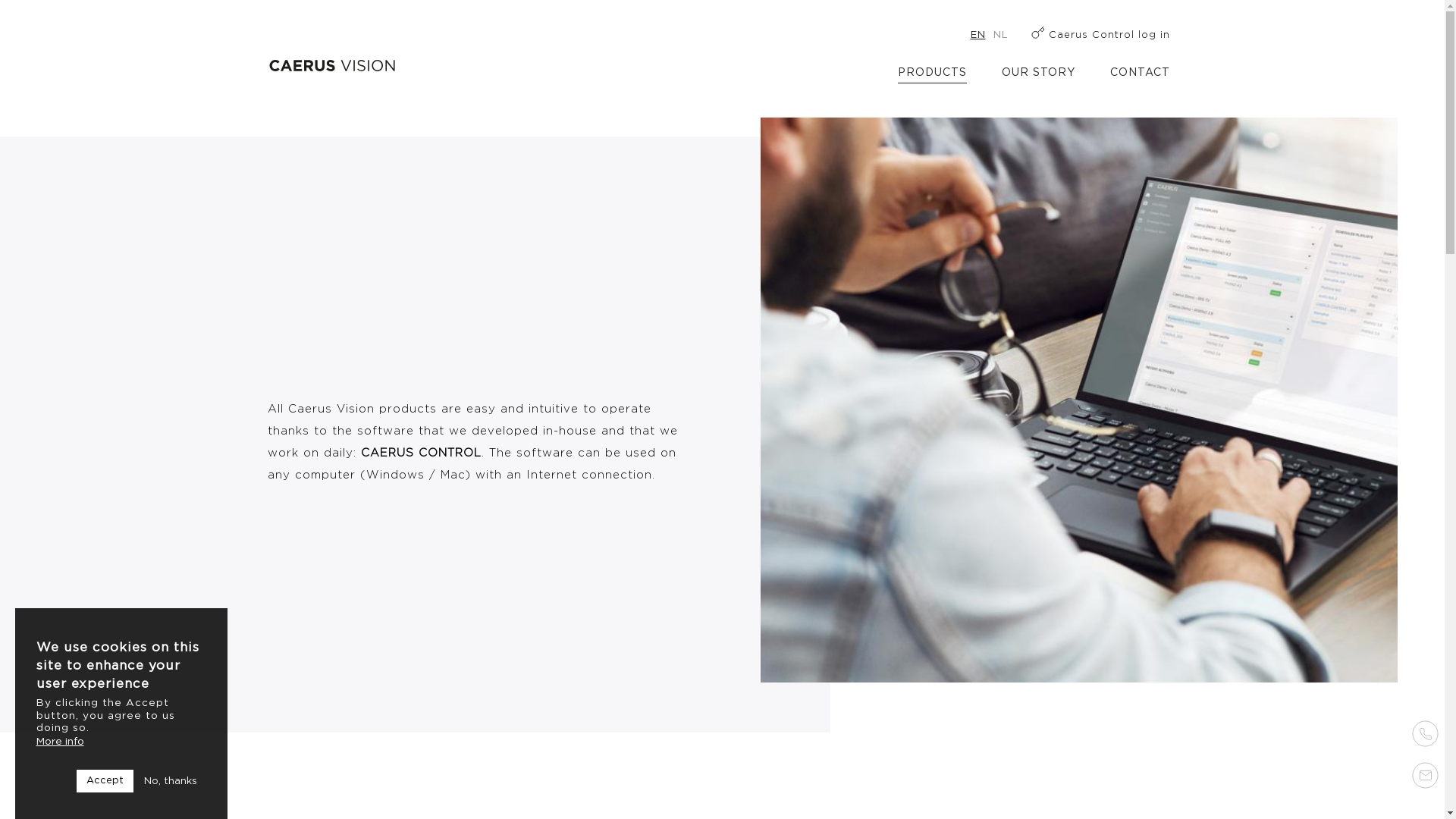 Image resolution: width=1456 pixels, height=819 pixels. I want to click on 'No, thanks', so click(171, 780).